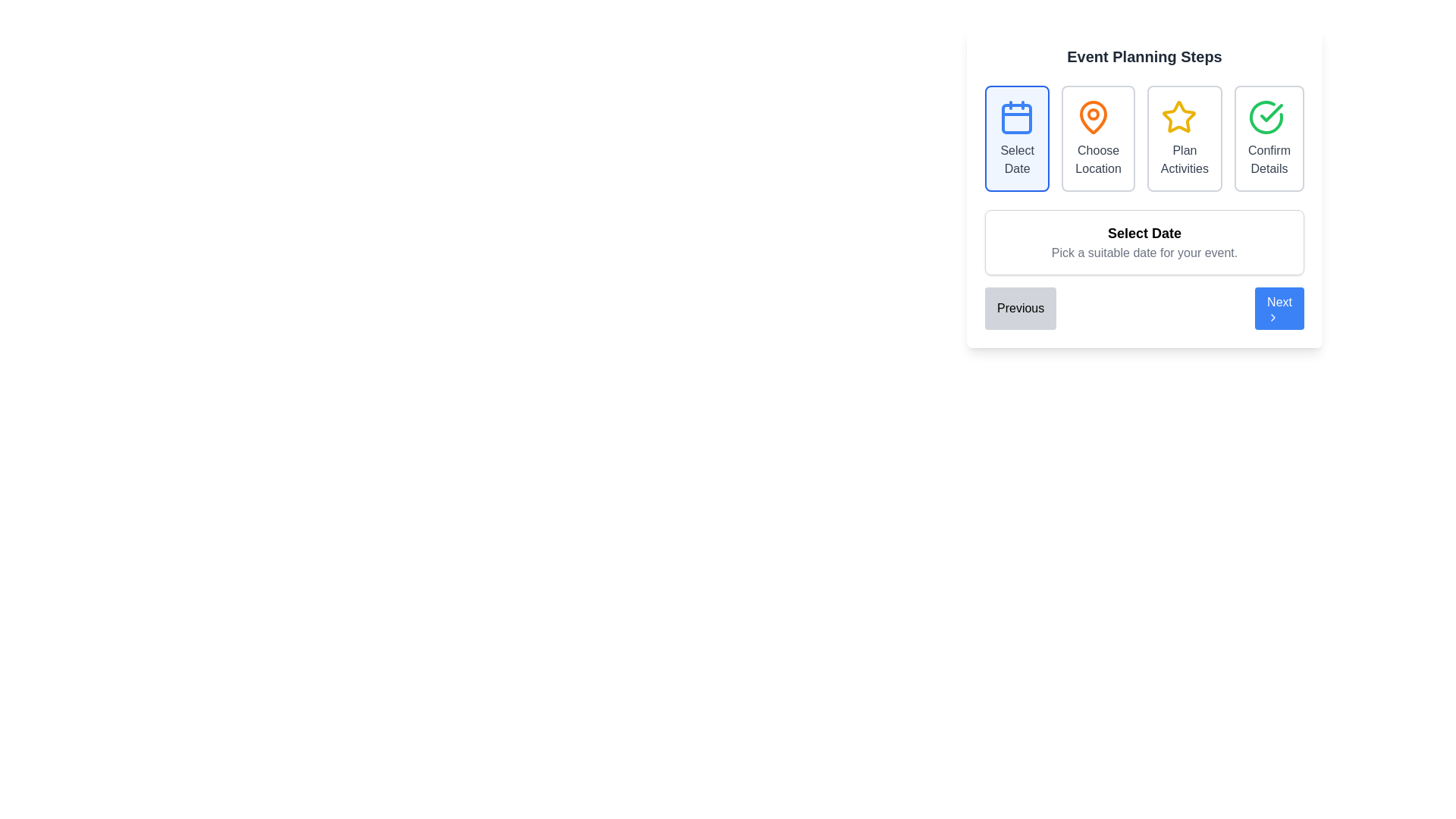 The width and height of the screenshot is (1456, 819). What do you see at coordinates (1269, 116) in the screenshot?
I see `the visual indicator icon that signifies the 'Confirm Details' step is selected or completed in the event planning process, located above the 'Confirm Details' text` at bounding box center [1269, 116].